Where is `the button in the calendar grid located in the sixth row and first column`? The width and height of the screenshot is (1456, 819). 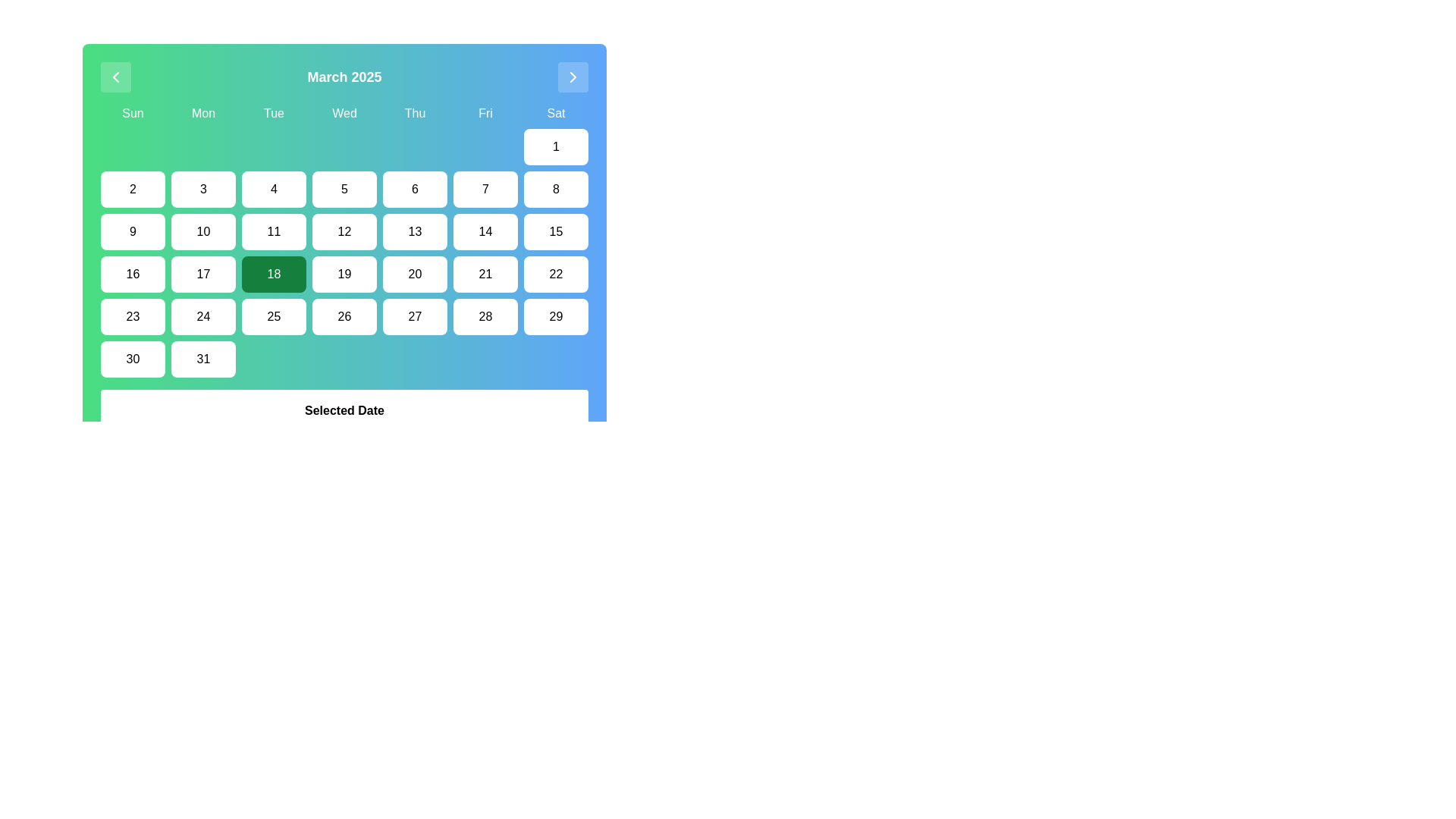
the button in the calendar grid located in the sixth row and first column is located at coordinates (133, 315).